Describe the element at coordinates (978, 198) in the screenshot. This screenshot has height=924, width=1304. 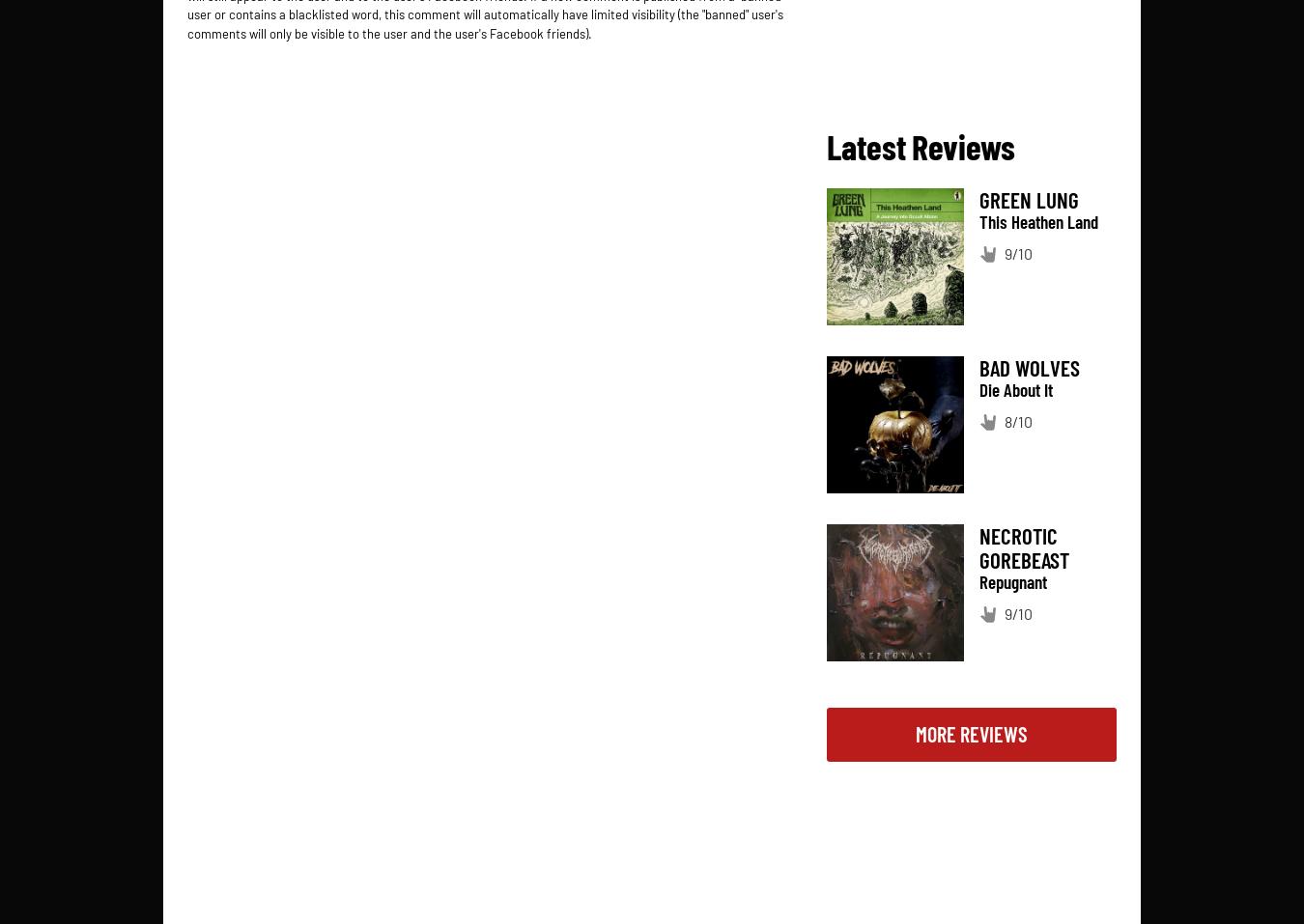
I see `'GREEN LUNG'` at that location.